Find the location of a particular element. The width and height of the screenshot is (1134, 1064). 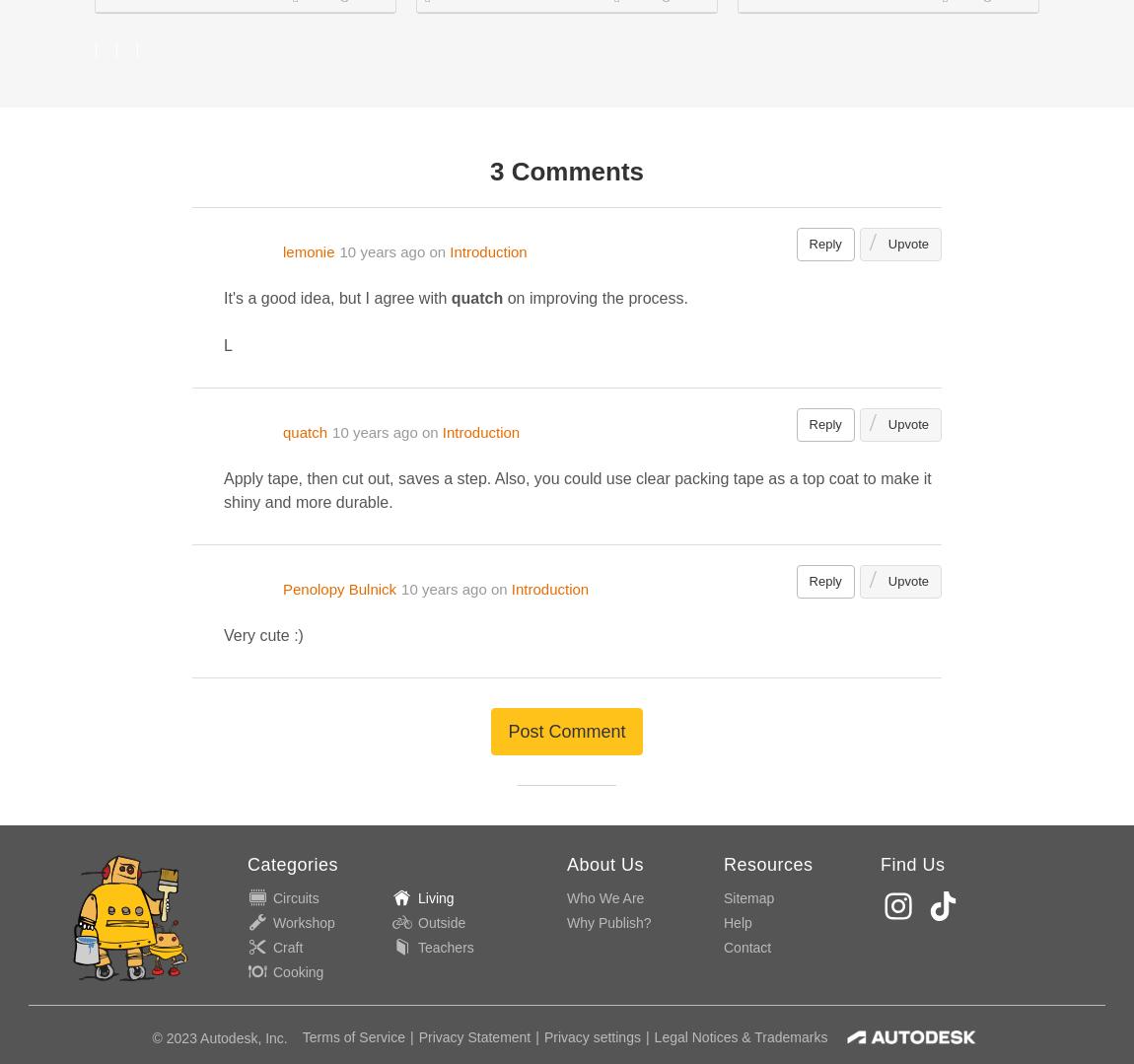

'L' is located at coordinates (227, 345).